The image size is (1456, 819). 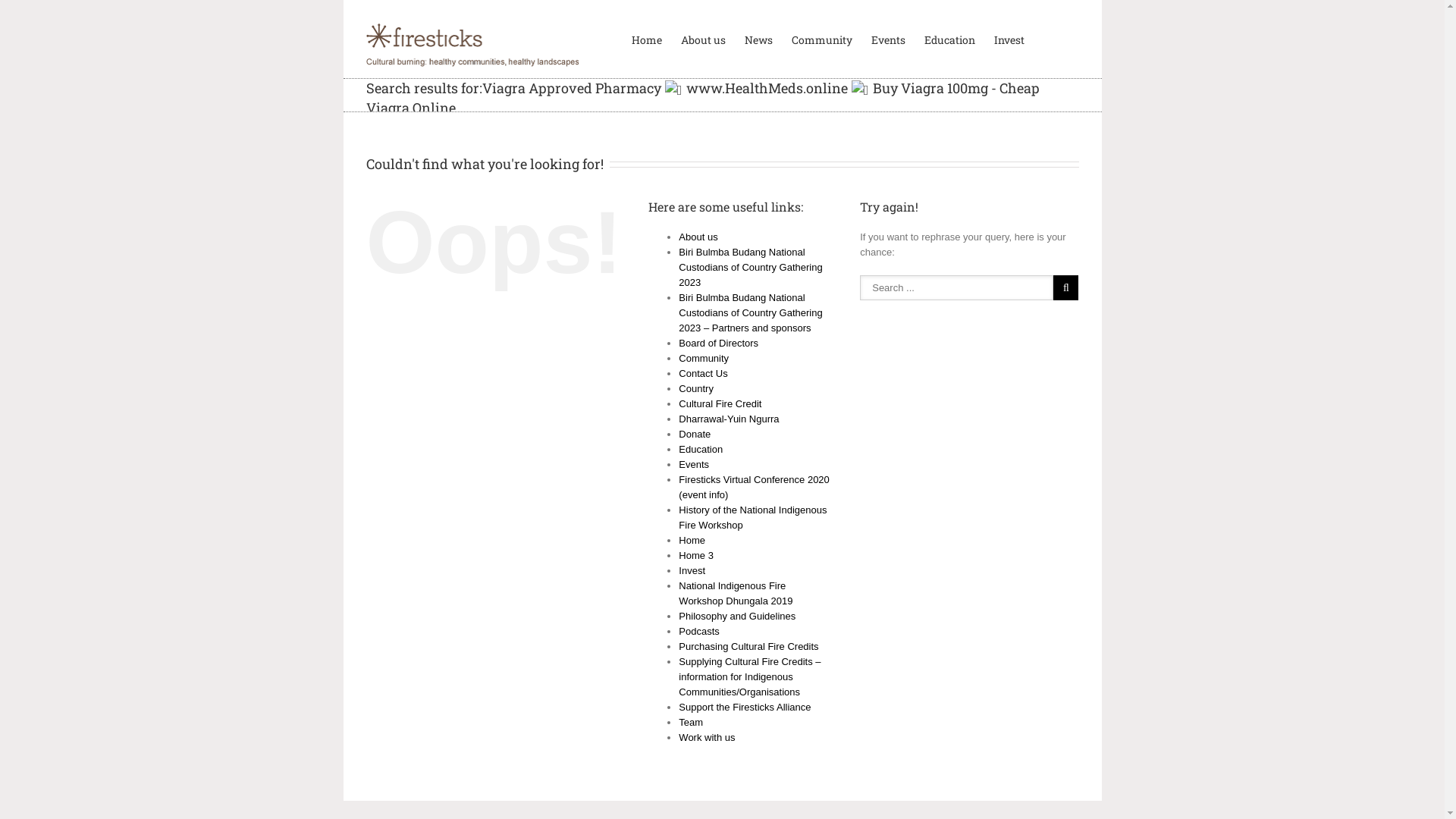 What do you see at coordinates (790, 38) in the screenshot?
I see `'Community'` at bounding box center [790, 38].